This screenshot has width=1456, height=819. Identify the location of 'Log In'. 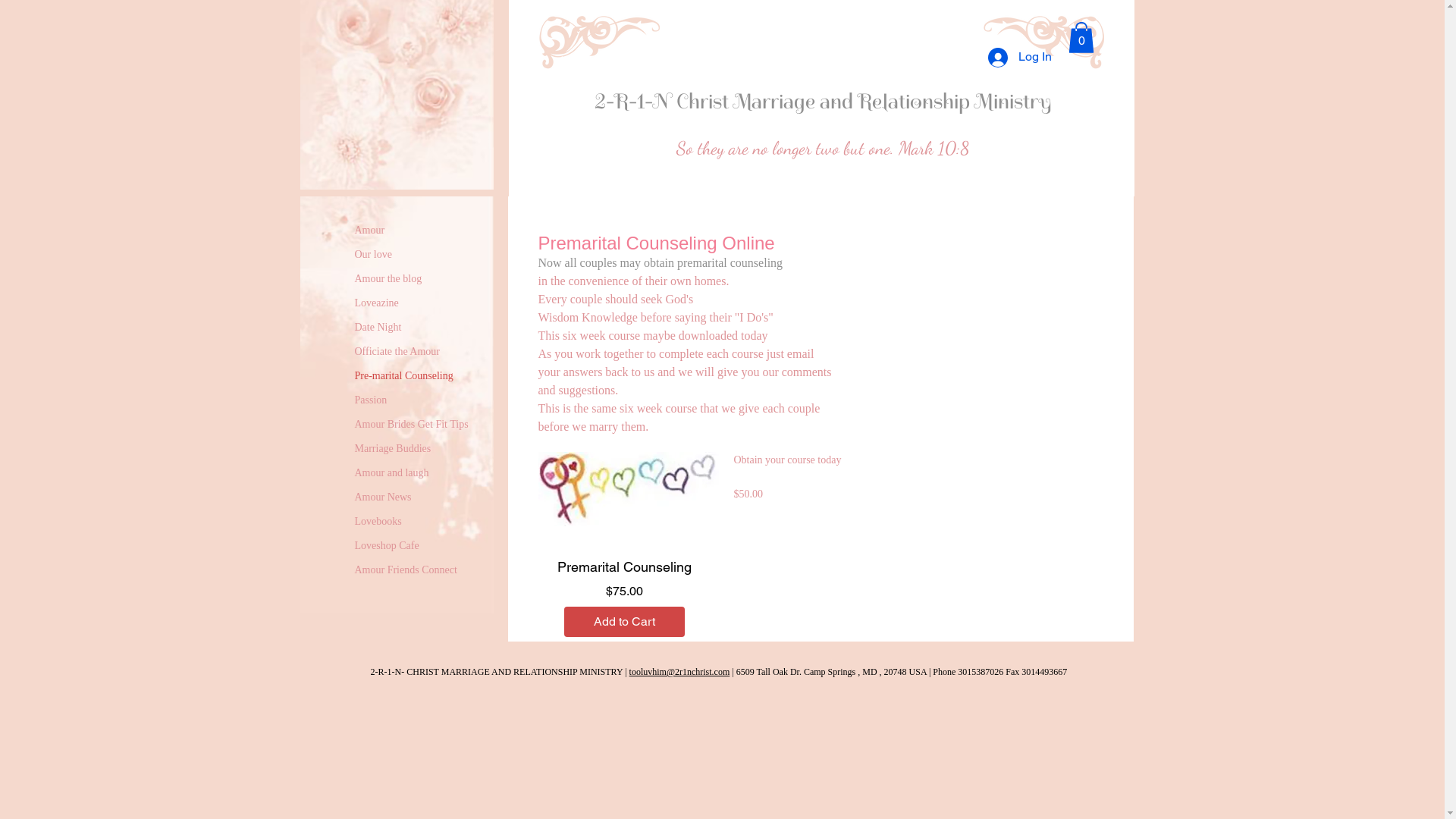
(1019, 57).